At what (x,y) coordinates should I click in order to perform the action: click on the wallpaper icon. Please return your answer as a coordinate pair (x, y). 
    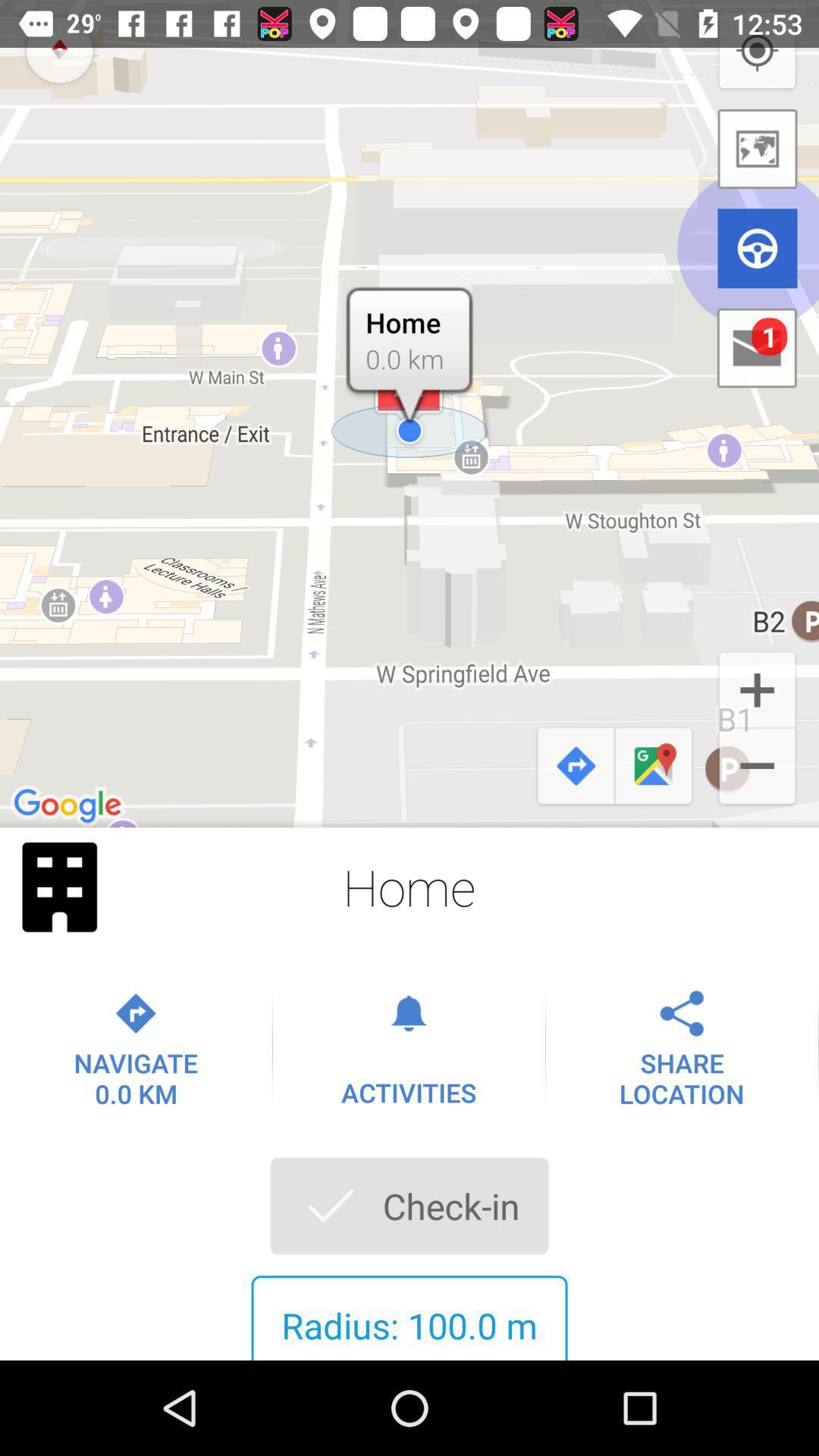
    Looking at the image, I should click on (758, 149).